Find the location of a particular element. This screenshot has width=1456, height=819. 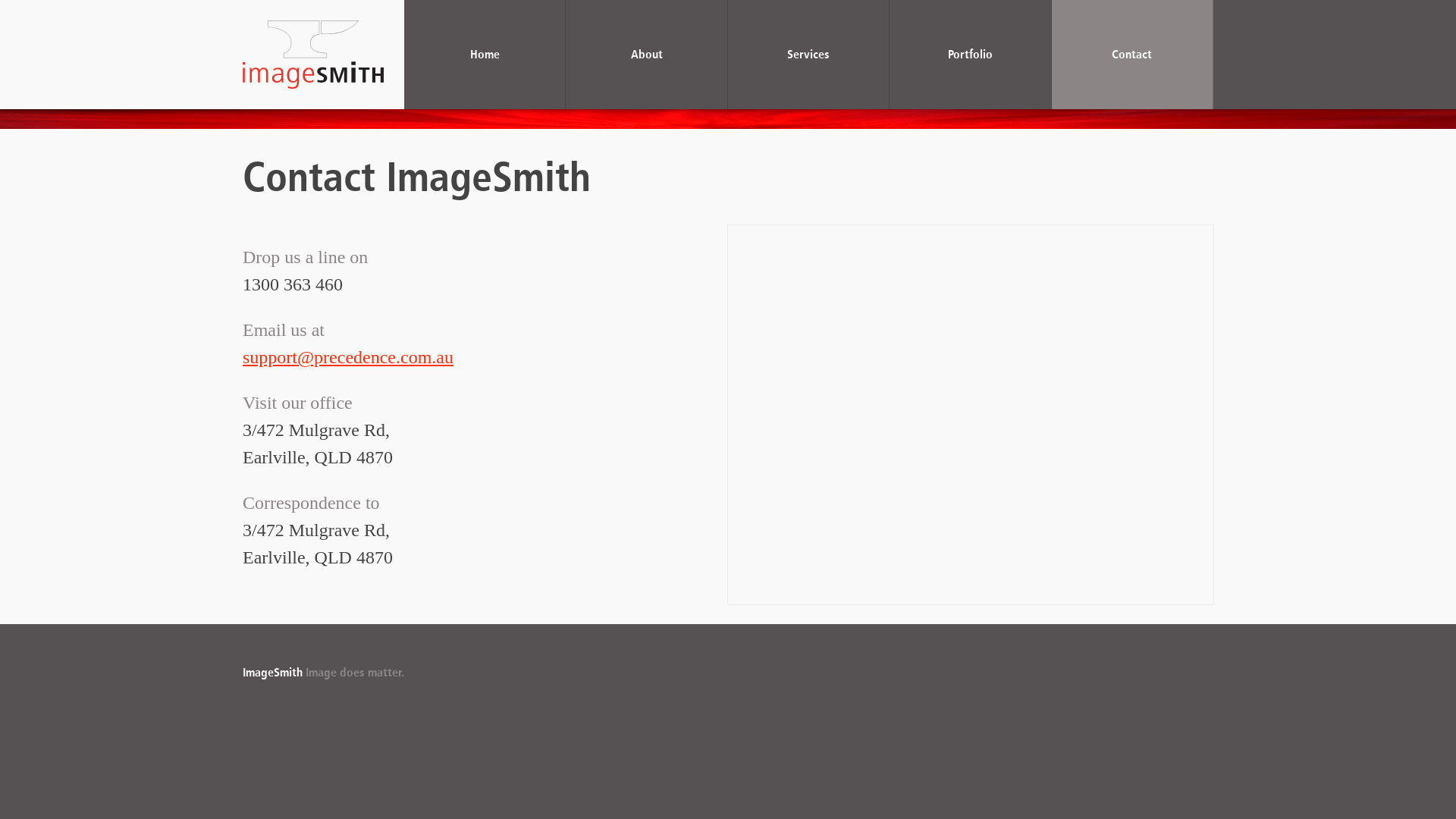

'Home' is located at coordinates (484, 54).